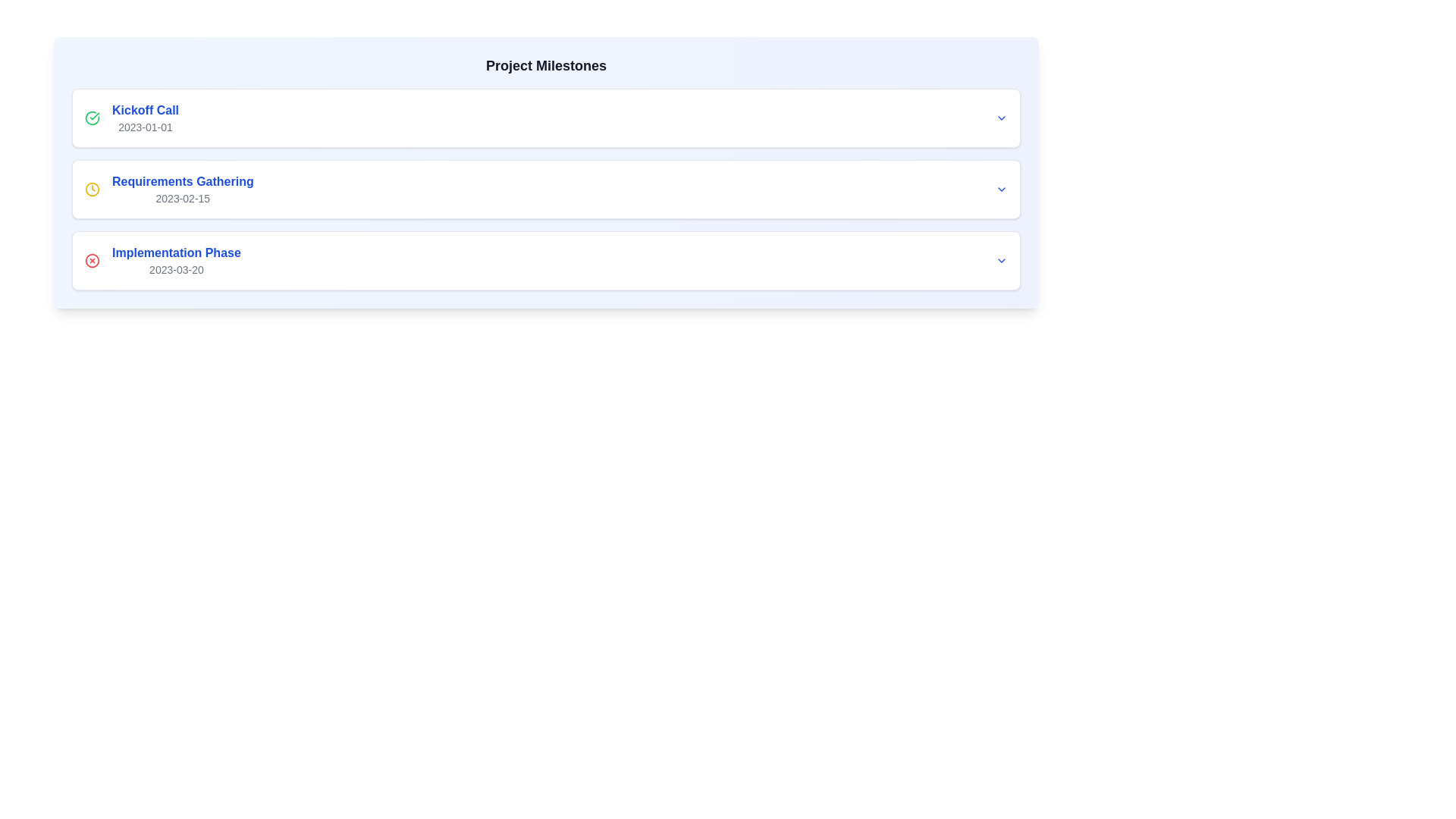 Image resolution: width=1456 pixels, height=819 pixels. What do you see at coordinates (546, 259) in the screenshot?
I see `details of the Milestone card titled 'Implementation Phase' dated '2023-03-20', which is the third card in a vertical stack of milestones` at bounding box center [546, 259].